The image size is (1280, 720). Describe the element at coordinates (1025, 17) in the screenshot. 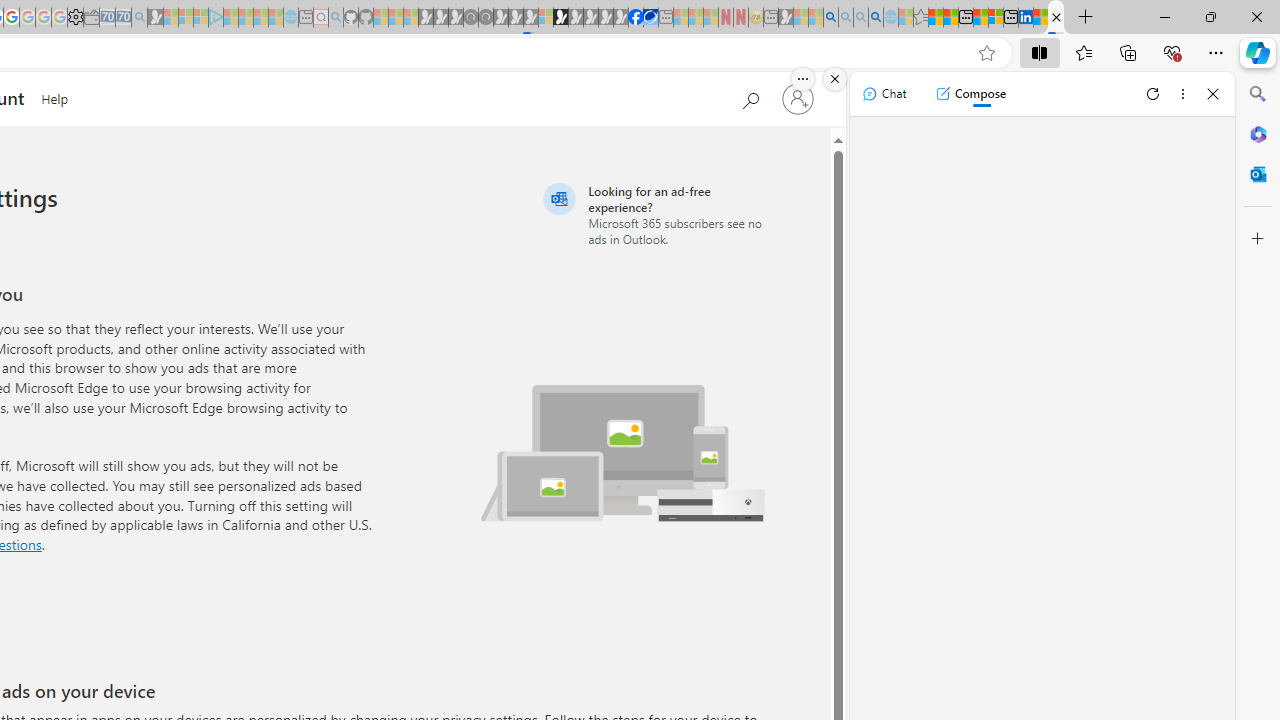

I see `'LinkedIn'` at that location.